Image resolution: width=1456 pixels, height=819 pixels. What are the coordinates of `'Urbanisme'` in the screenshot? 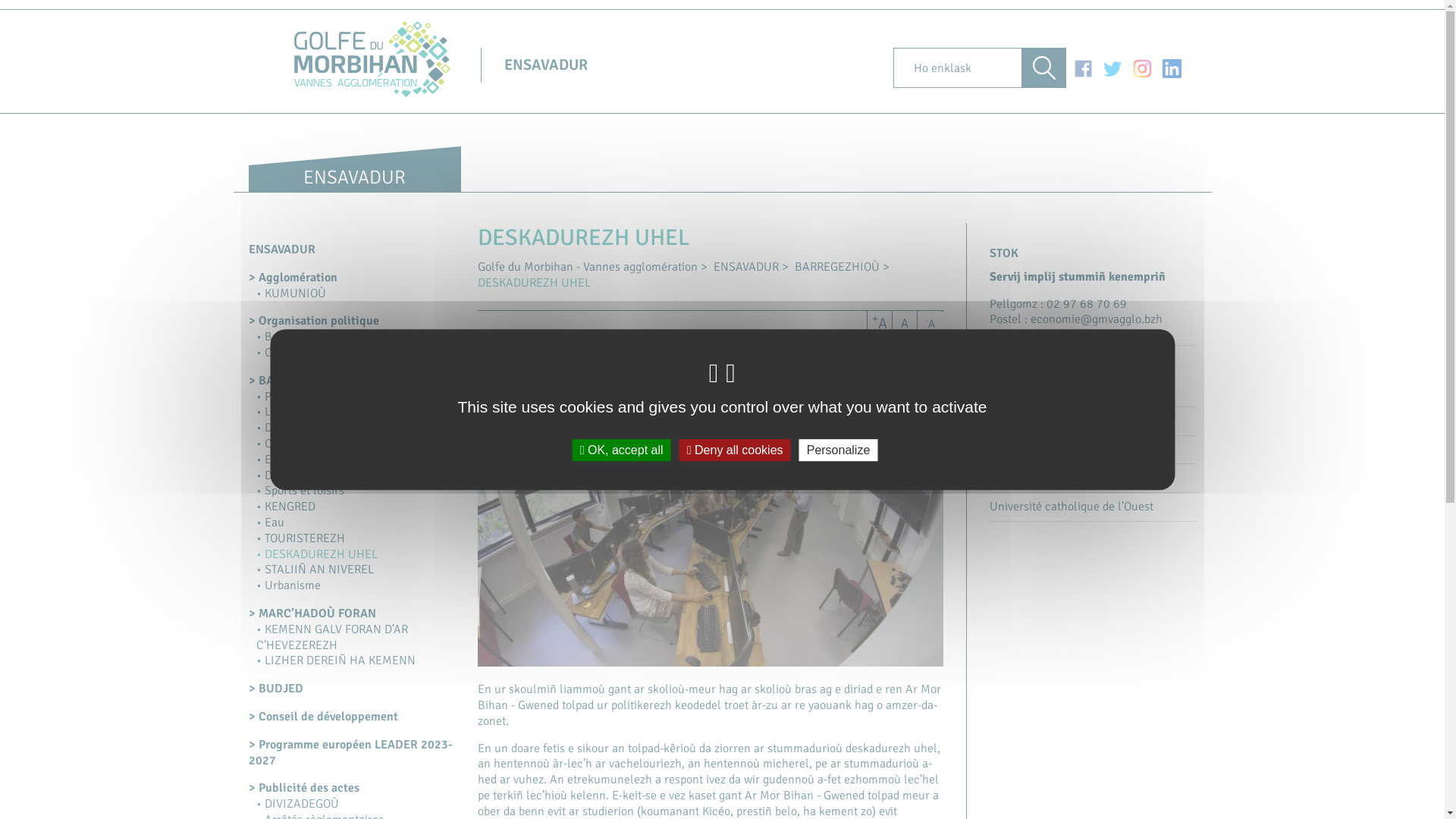 It's located at (256, 584).